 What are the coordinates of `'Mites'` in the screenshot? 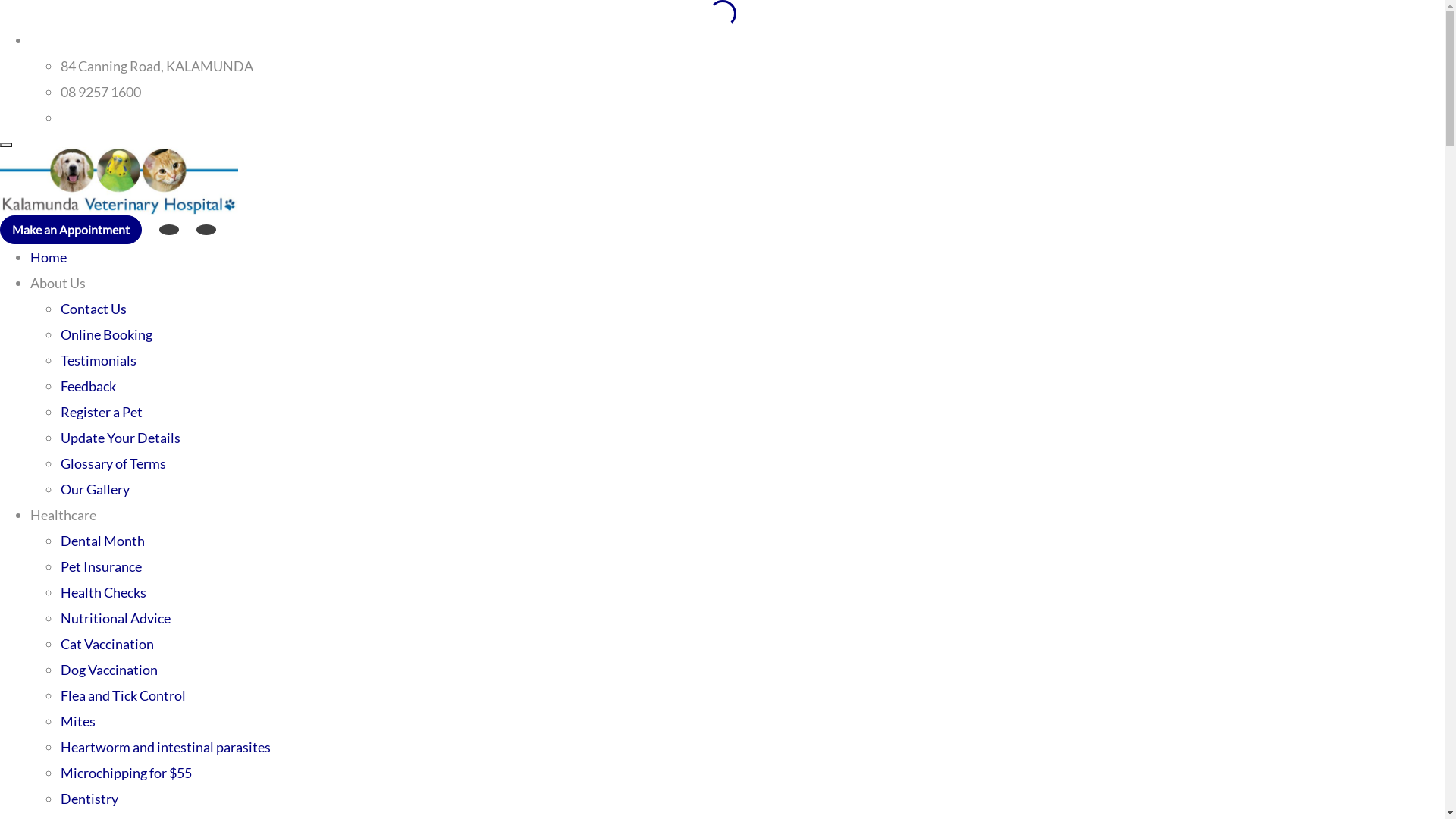 It's located at (77, 720).